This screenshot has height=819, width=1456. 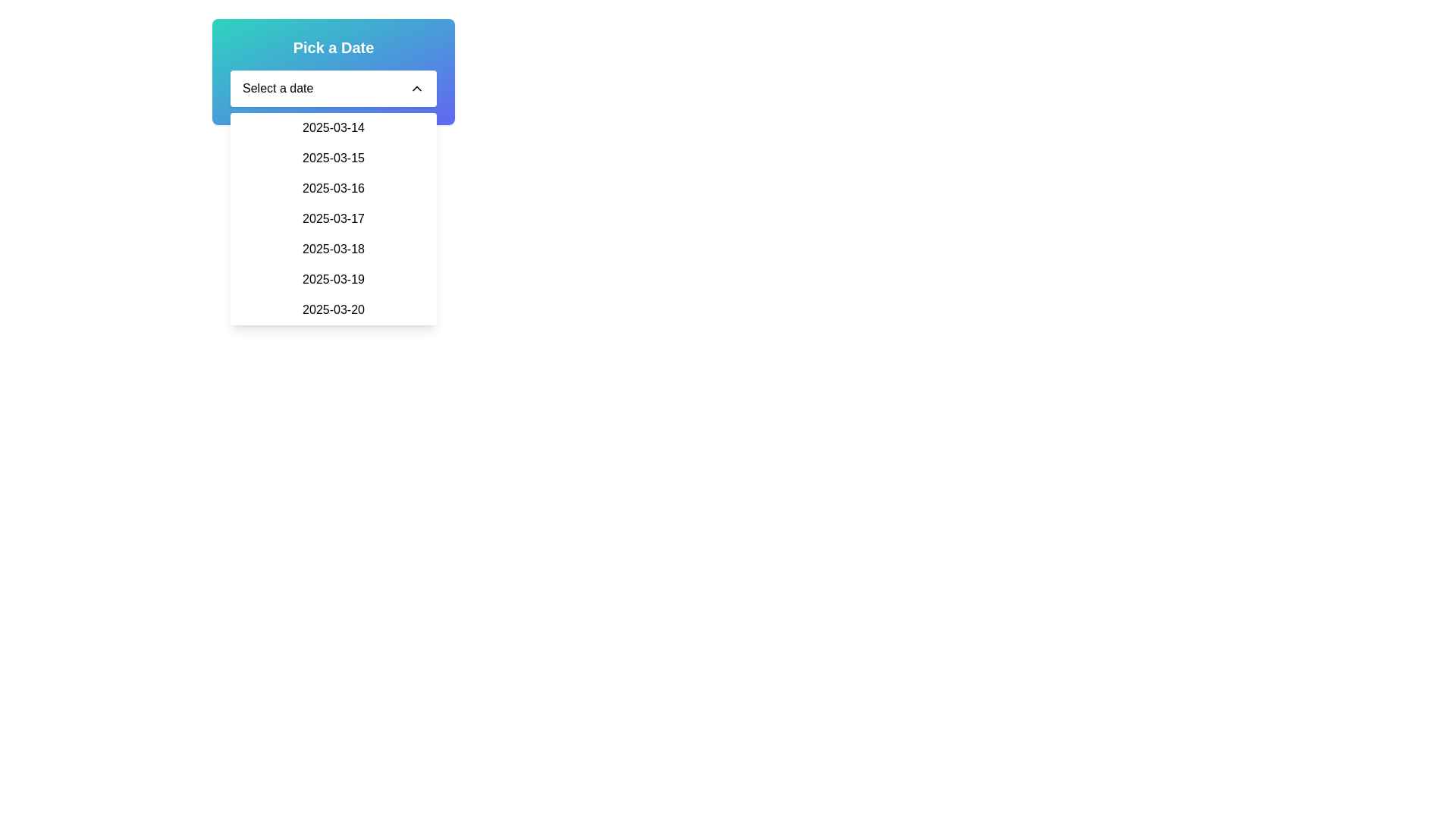 I want to click on the list item displaying the date '2025-03-17', so click(x=333, y=219).